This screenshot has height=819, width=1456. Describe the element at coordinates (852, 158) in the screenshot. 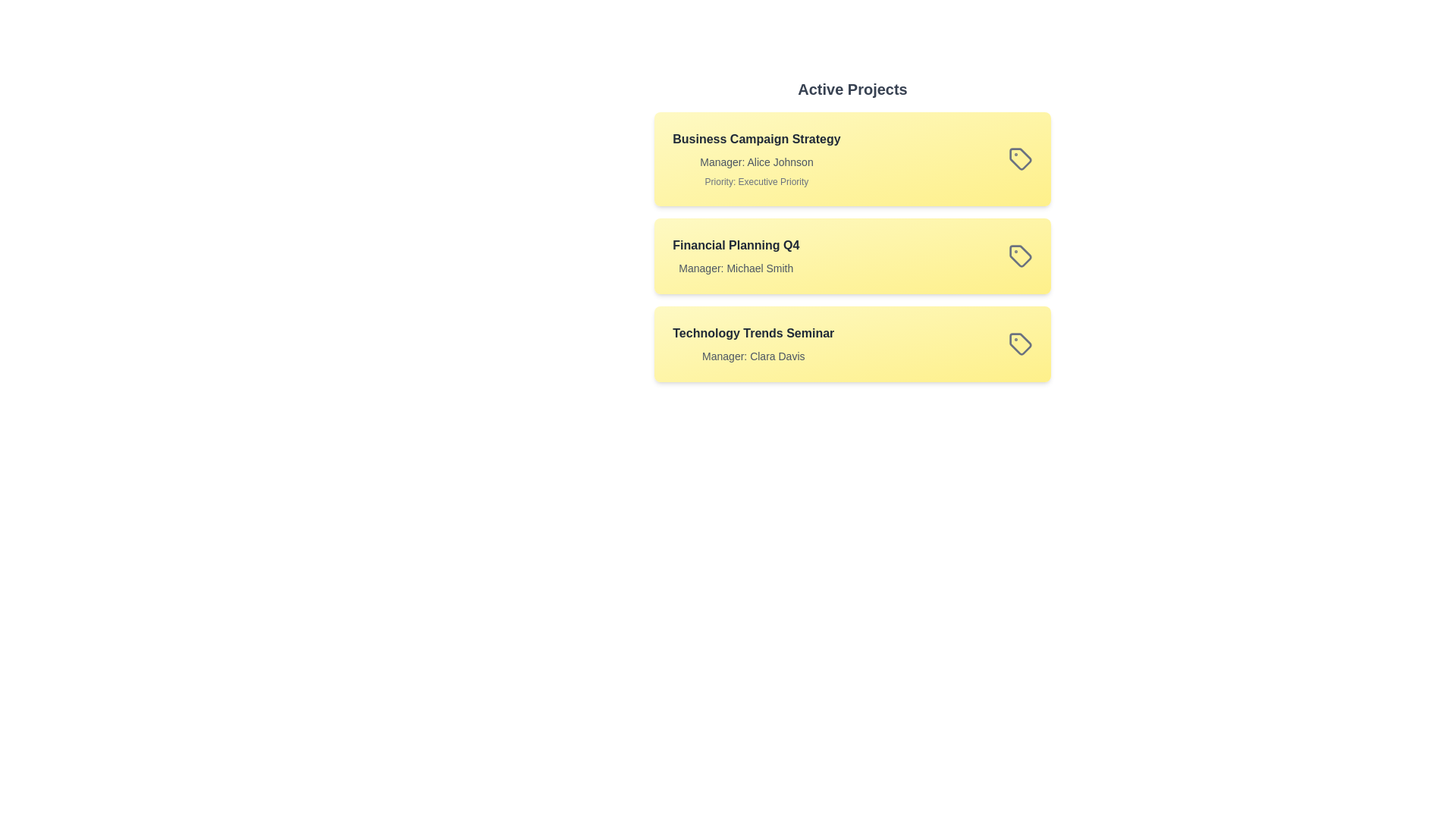

I see `the project titled 'Business Campaign Strategy' to observe visual feedback` at that location.